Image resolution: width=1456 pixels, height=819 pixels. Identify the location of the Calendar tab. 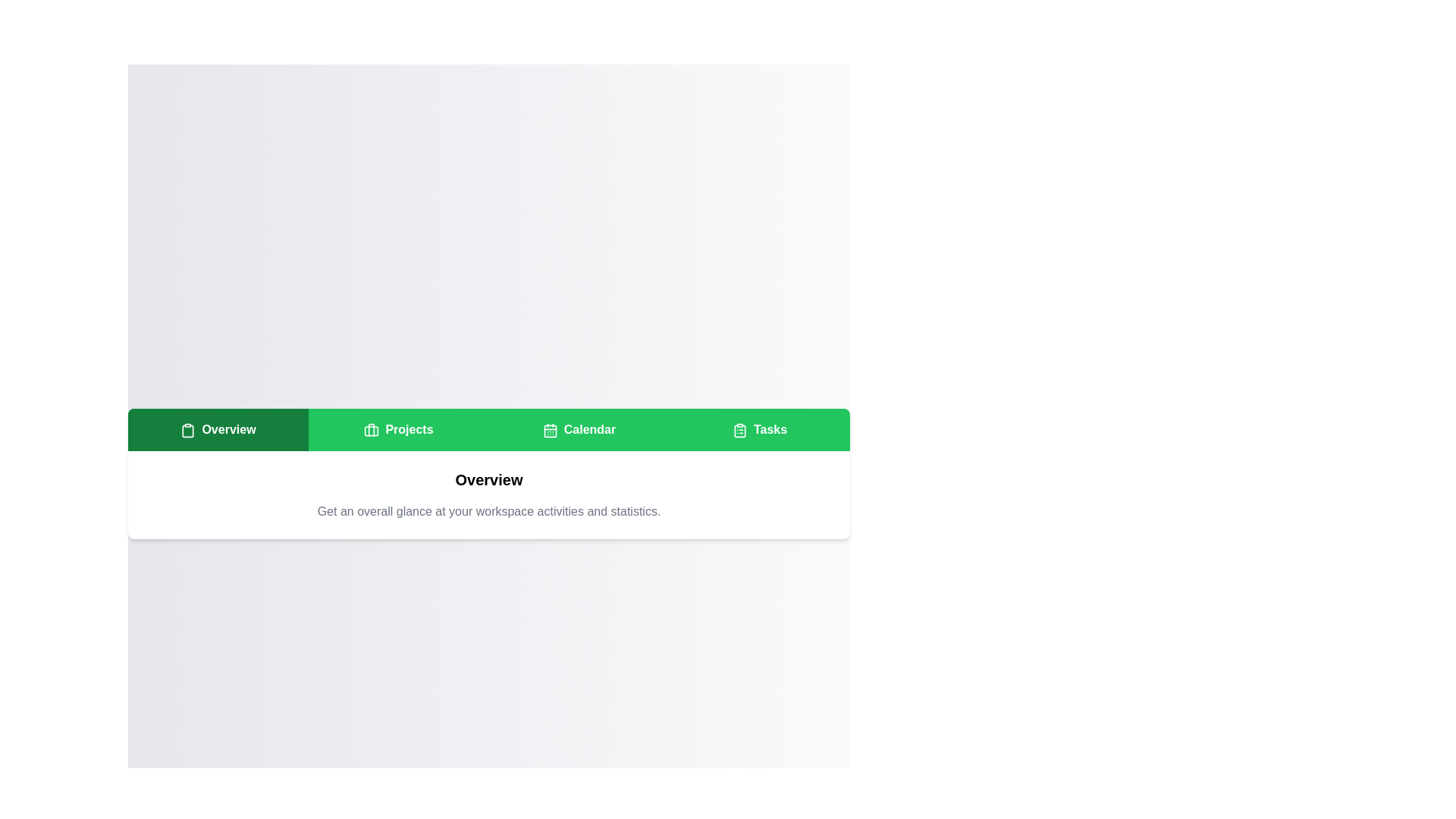
(578, 430).